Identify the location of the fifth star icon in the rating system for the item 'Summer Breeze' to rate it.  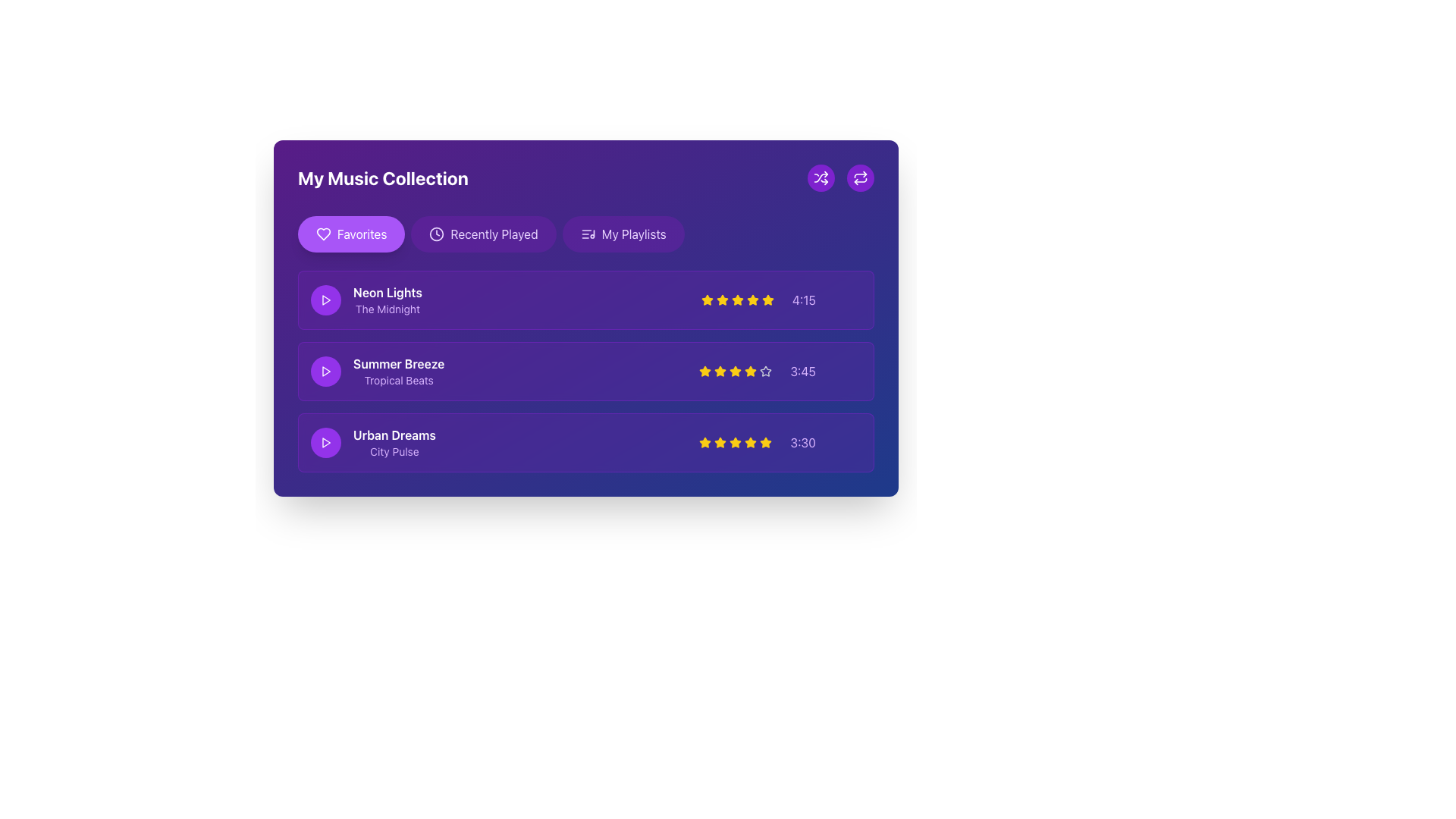
(751, 371).